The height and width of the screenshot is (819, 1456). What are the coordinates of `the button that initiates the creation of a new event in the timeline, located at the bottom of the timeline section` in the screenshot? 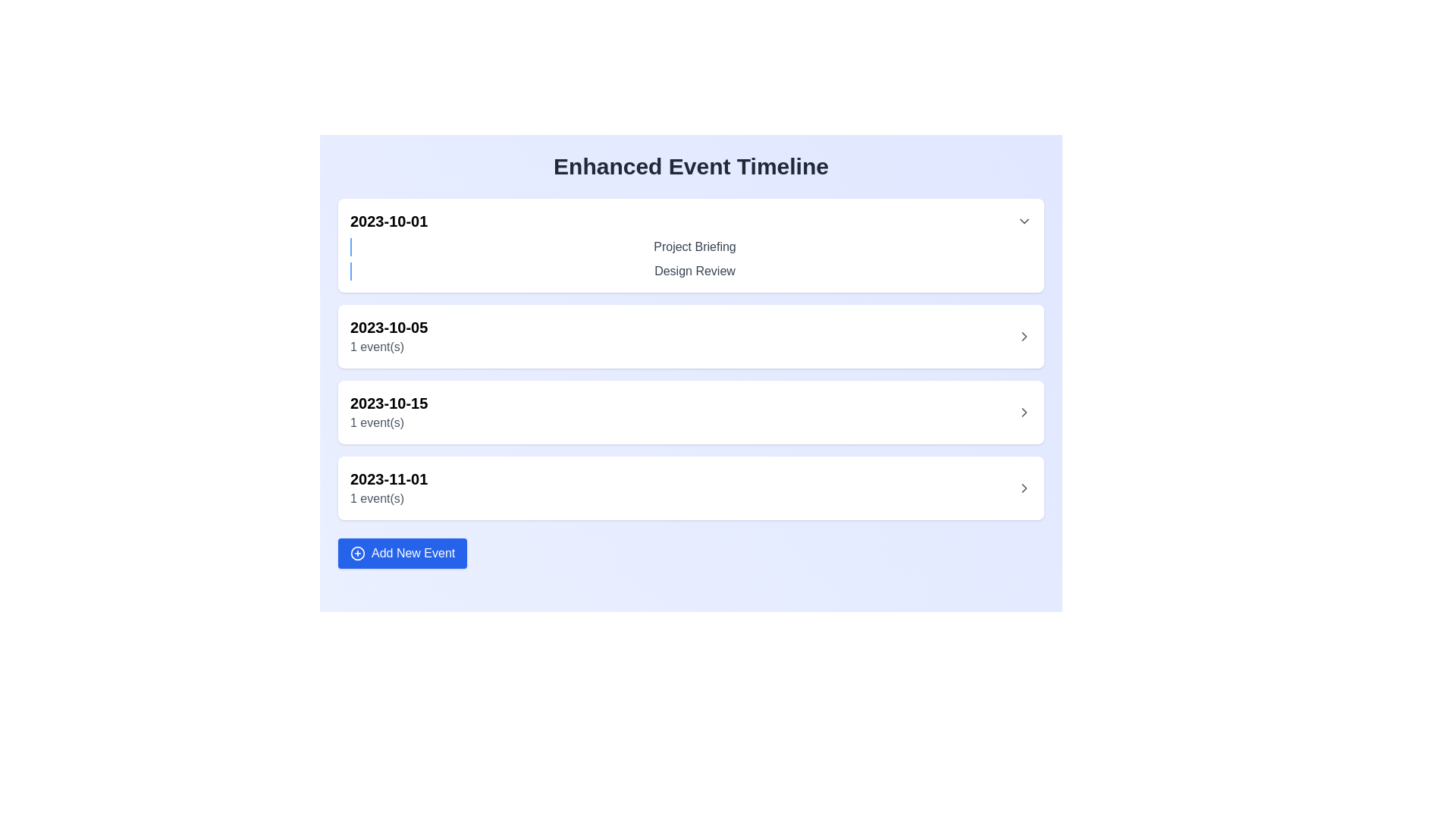 It's located at (403, 553).